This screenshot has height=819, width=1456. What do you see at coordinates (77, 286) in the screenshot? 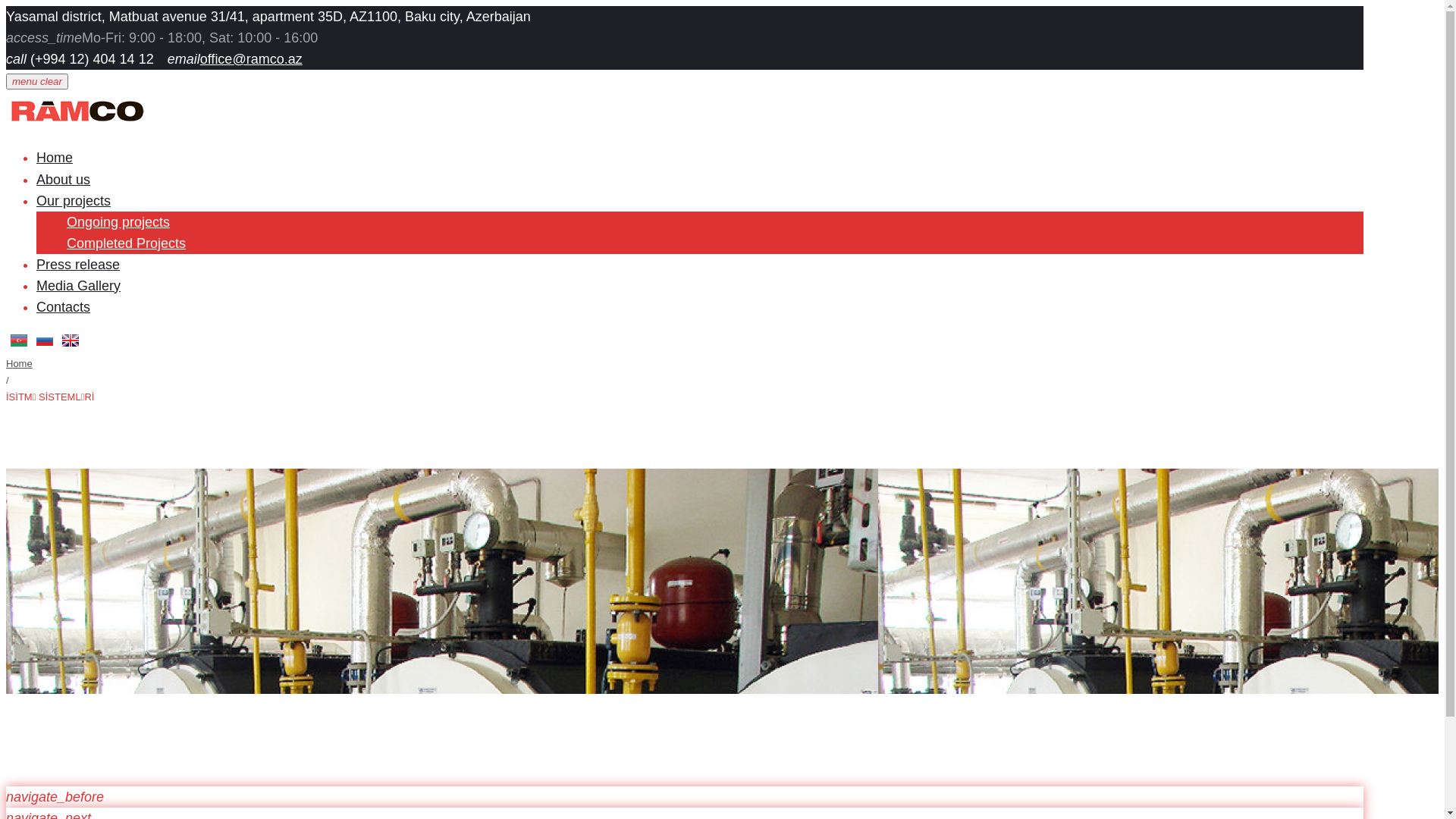
I see `'Media Gallery'` at bounding box center [77, 286].